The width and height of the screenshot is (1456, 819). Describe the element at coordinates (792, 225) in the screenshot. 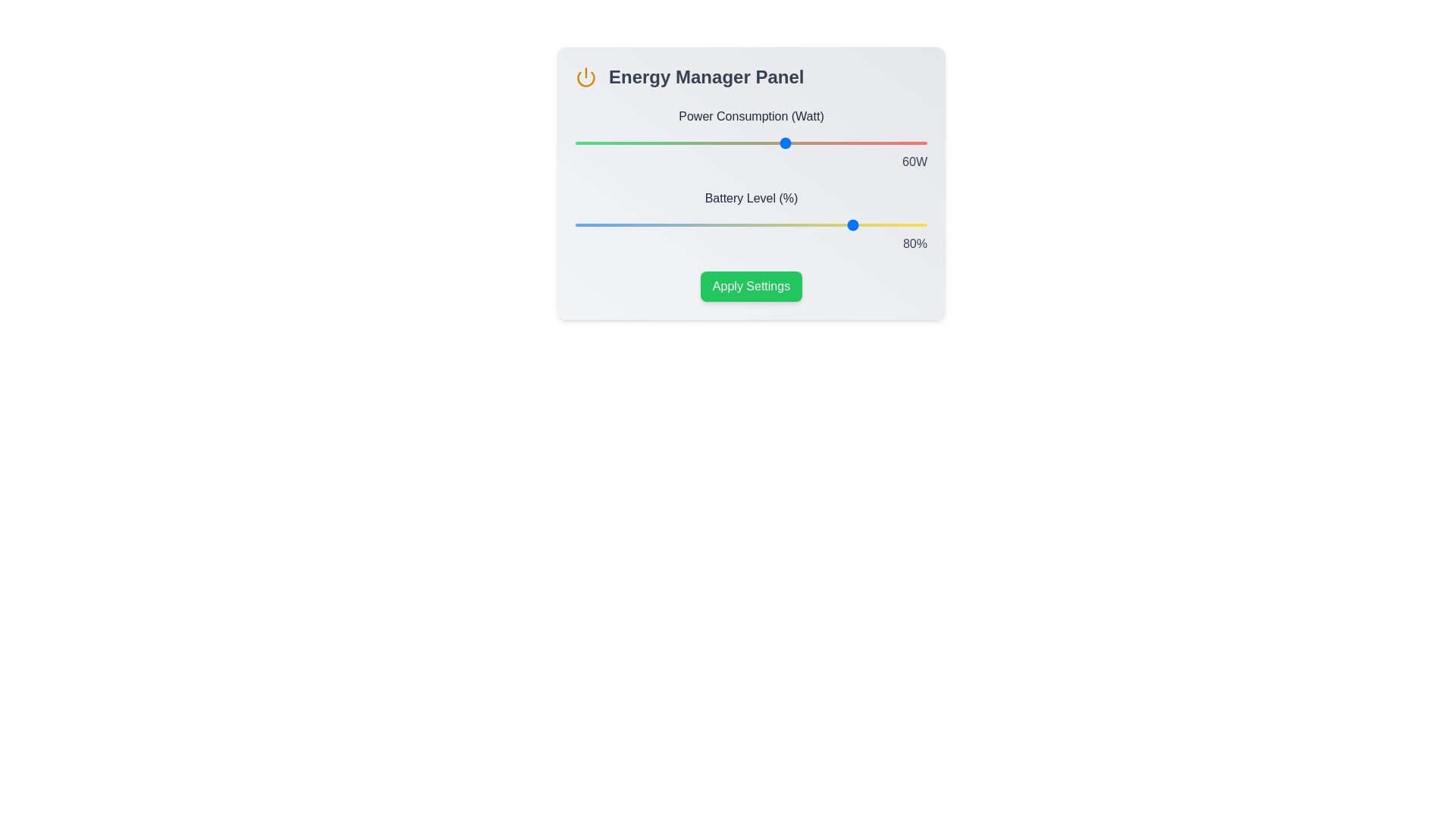

I see `the battery level slider to 62%` at that location.